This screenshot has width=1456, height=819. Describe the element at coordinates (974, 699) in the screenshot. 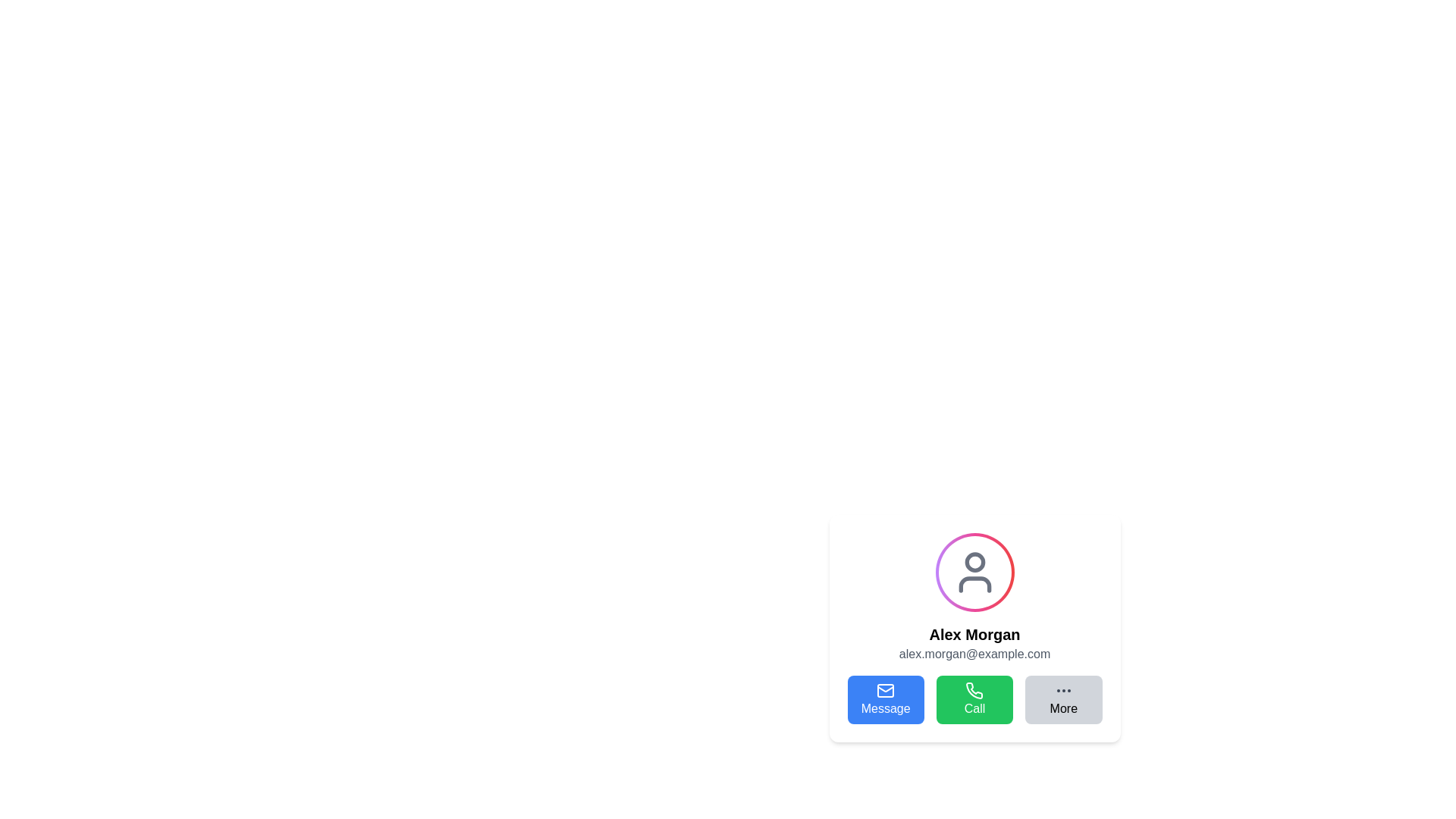

I see `the green 'Call' button with rounded corners, which is located between the blue 'Message' button and the gray 'More' button, to initiate a call` at that location.